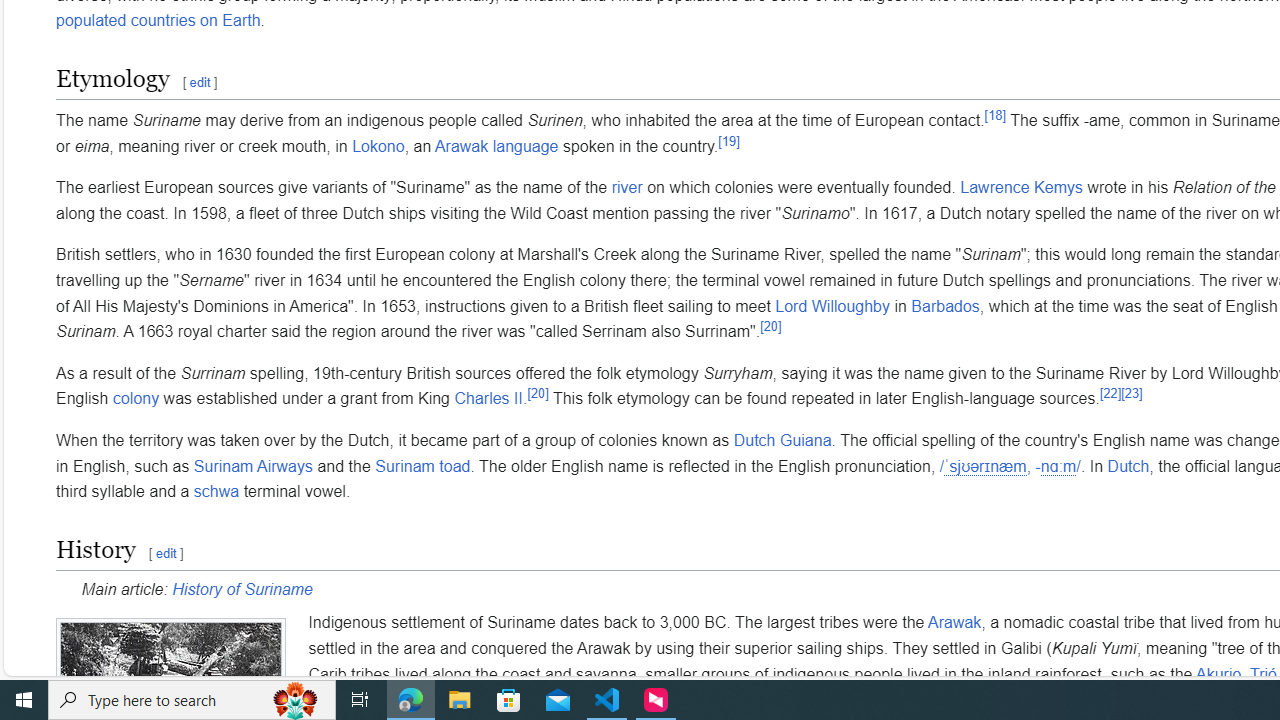 Image resolution: width=1280 pixels, height=720 pixels. Describe the element at coordinates (953, 622) in the screenshot. I see `'Arawak'` at that location.